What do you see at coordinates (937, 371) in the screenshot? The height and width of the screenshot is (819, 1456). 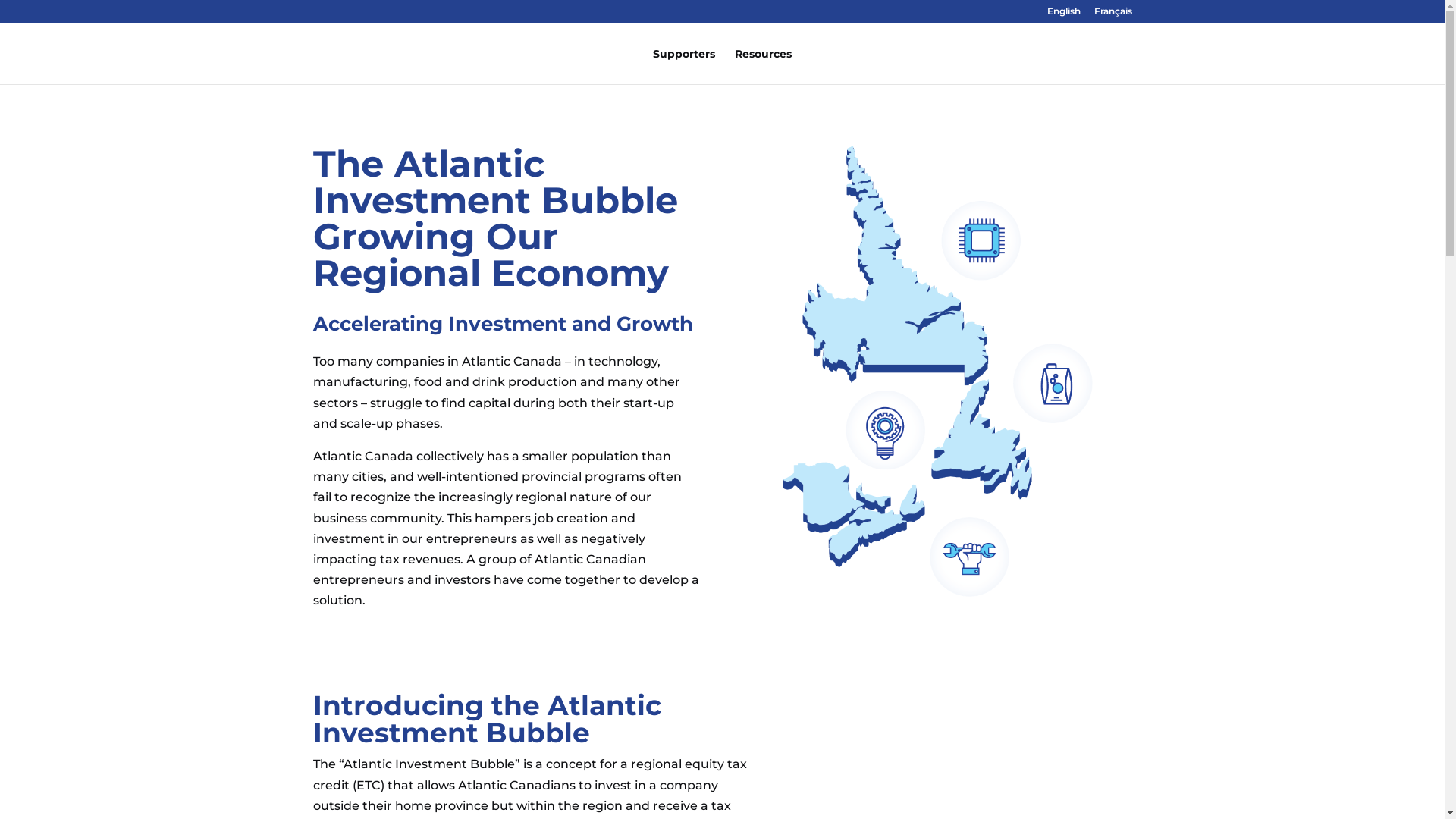 I see `'atlantic region map'` at bounding box center [937, 371].